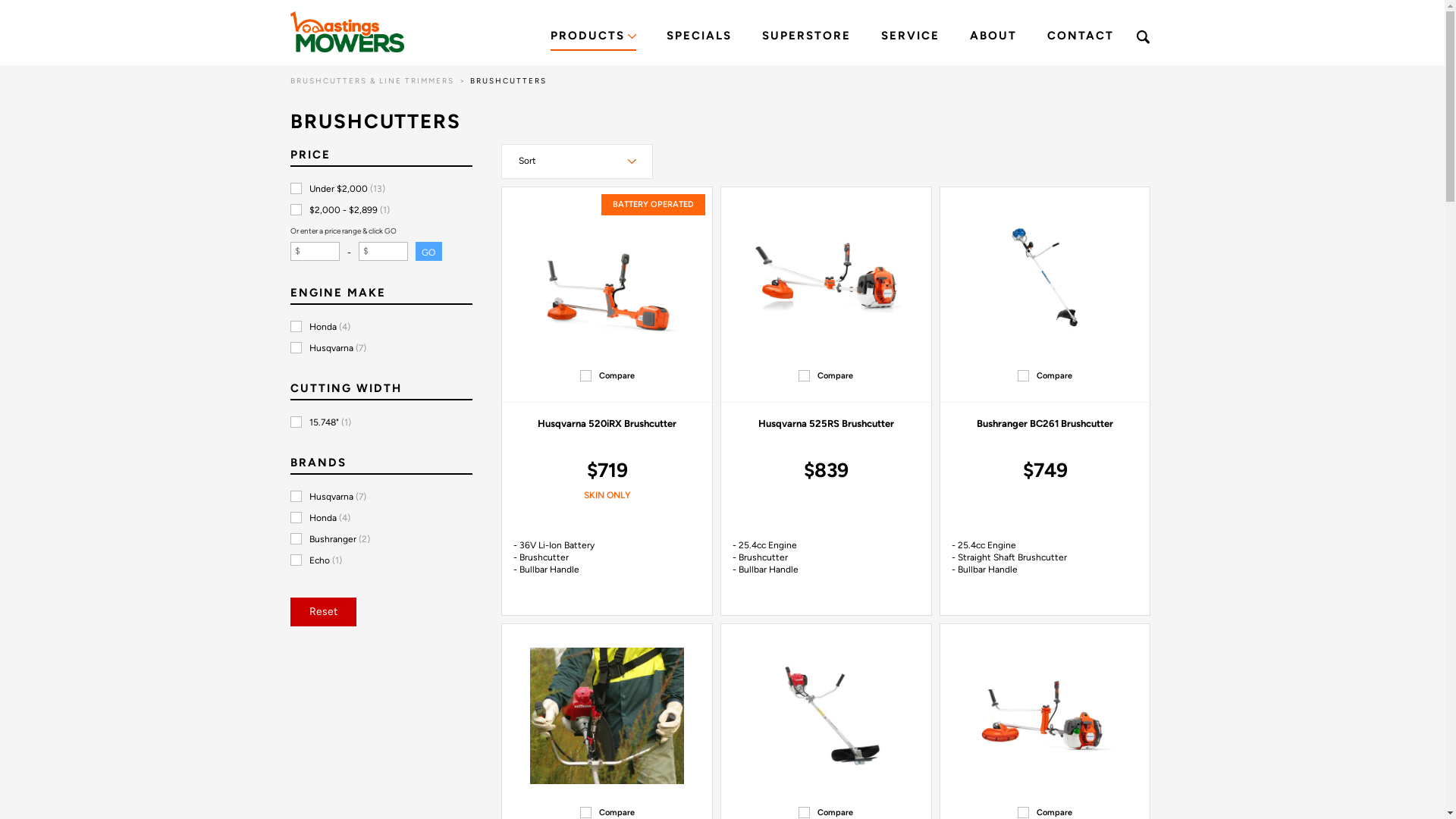  Describe the element at coordinates (698, 37) in the screenshot. I see `'SPECIALS'` at that location.